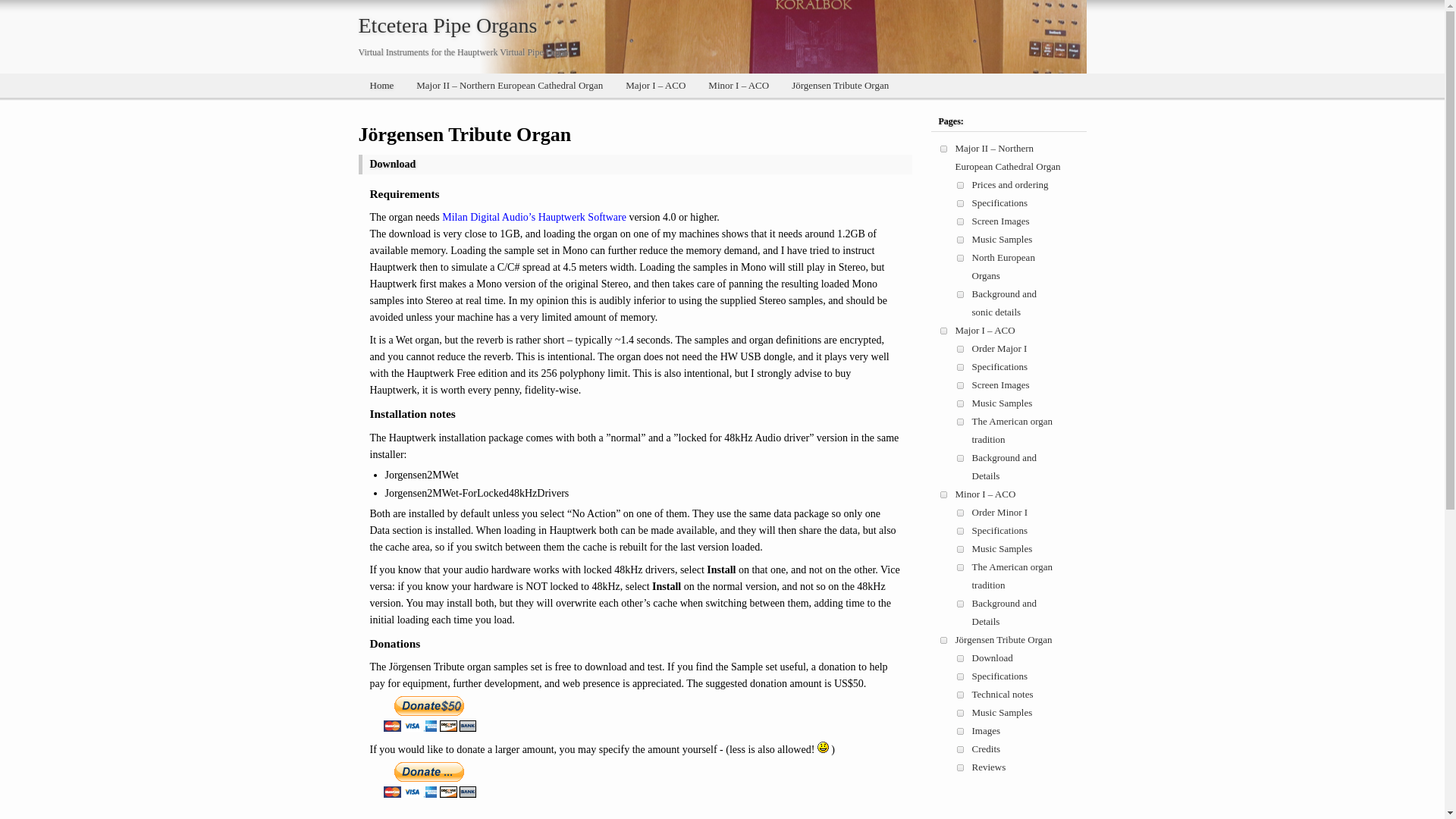  Describe the element at coordinates (1004, 466) in the screenshot. I see `'Background and Details'` at that location.